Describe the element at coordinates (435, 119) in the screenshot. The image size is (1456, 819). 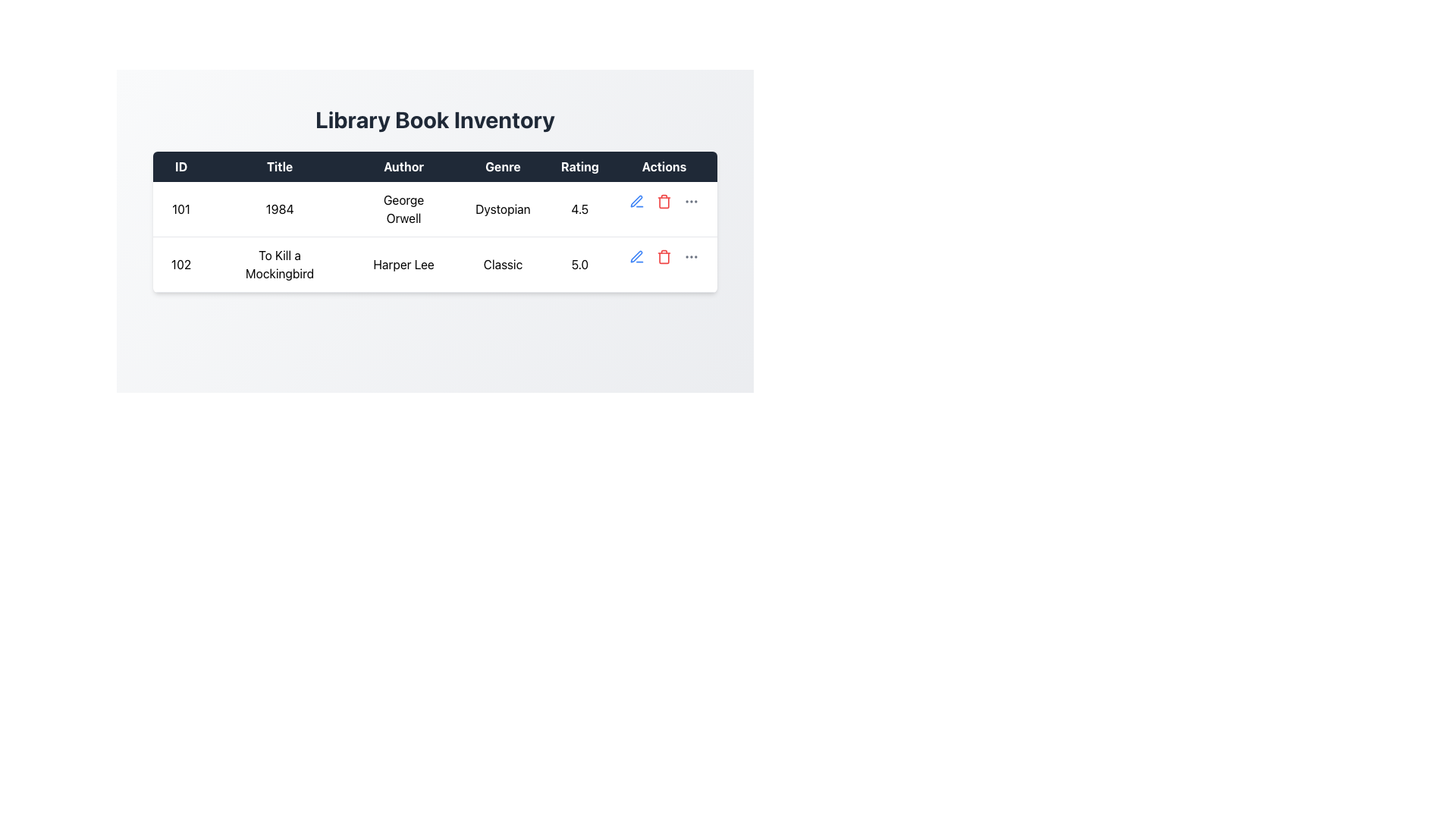
I see `static text element displaying 'Library Book Inventory' located at the top center of the interface above the book details table` at that location.